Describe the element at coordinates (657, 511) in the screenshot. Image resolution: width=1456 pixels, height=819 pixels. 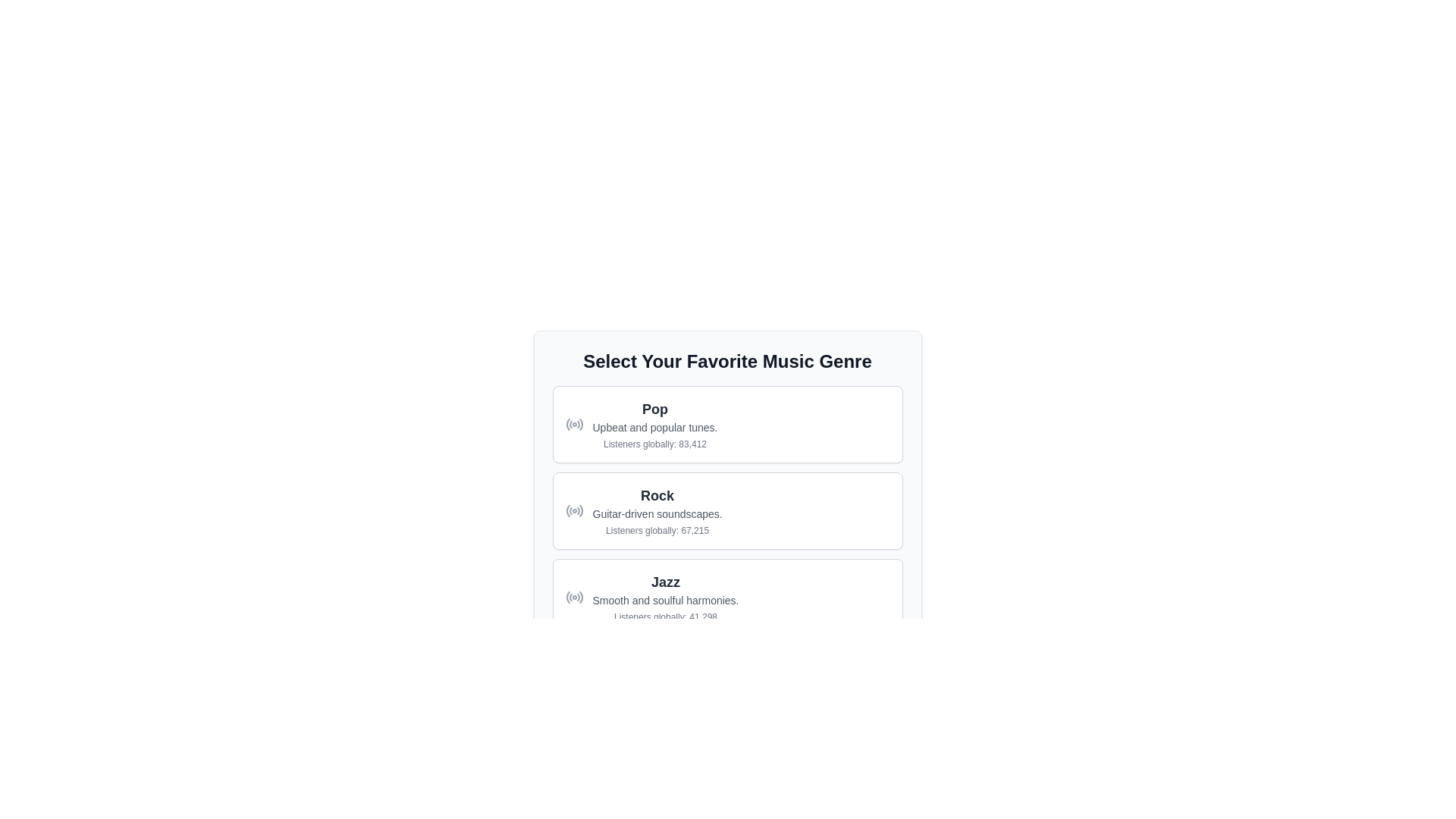
I see `the 'Rock' genre text panel` at that location.